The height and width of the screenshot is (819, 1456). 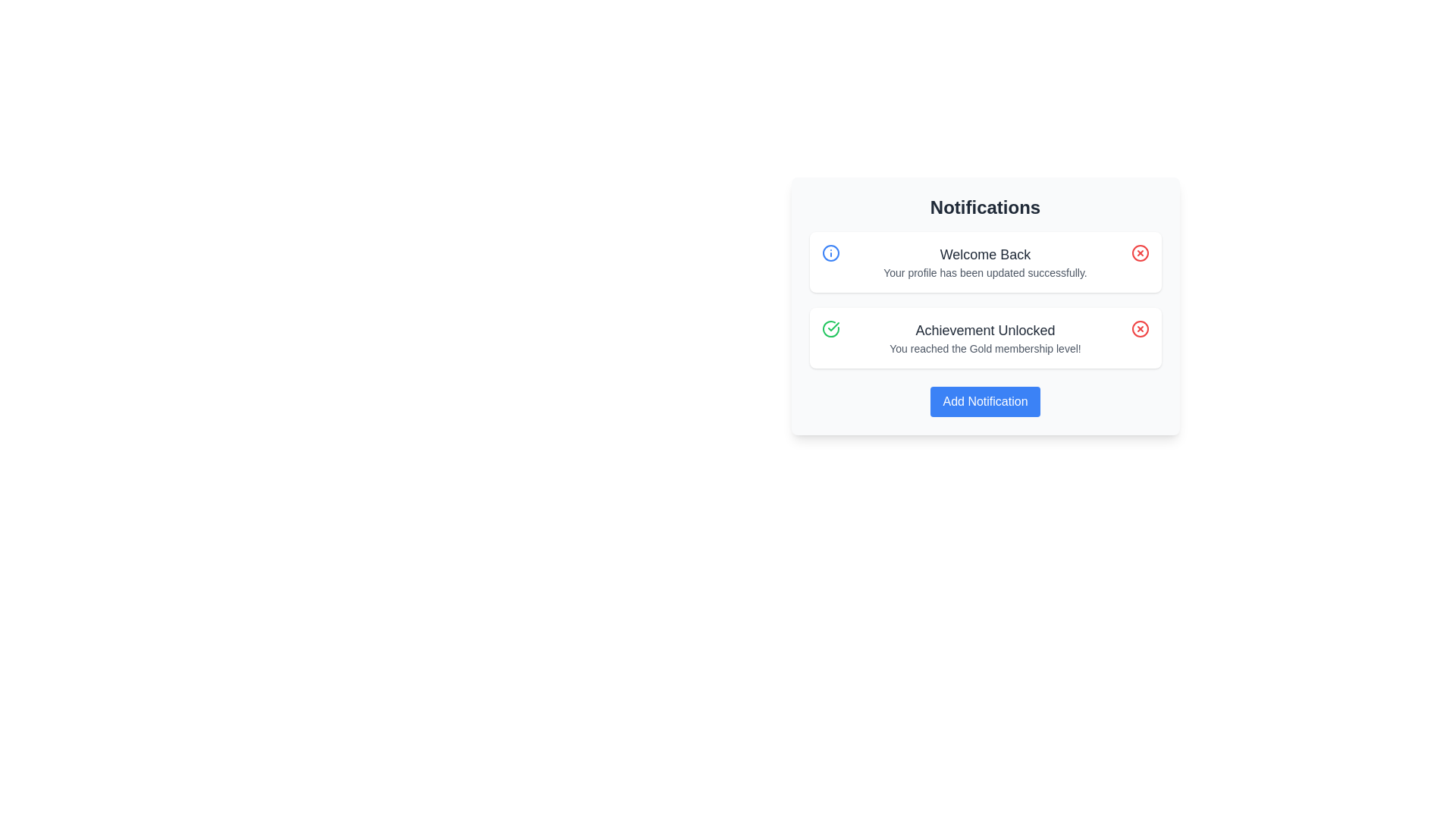 I want to click on title text of the notification located at the top of the notification card, which is positioned to the right of a green checkmark icon, so click(x=985, y=329).